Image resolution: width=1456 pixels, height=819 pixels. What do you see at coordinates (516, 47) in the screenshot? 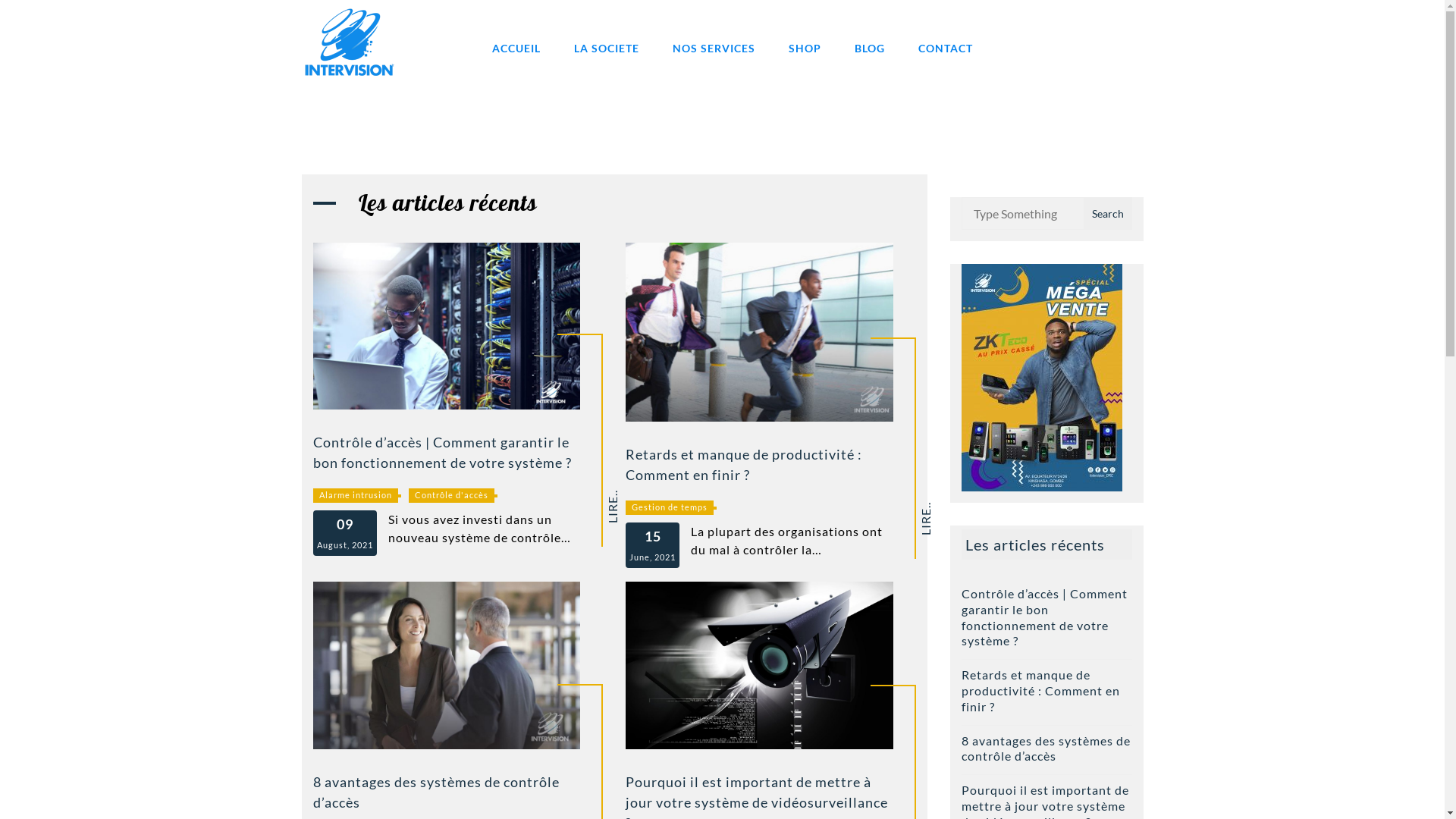
I see `'ACCUEIL'` at bounding box center [516, 47].